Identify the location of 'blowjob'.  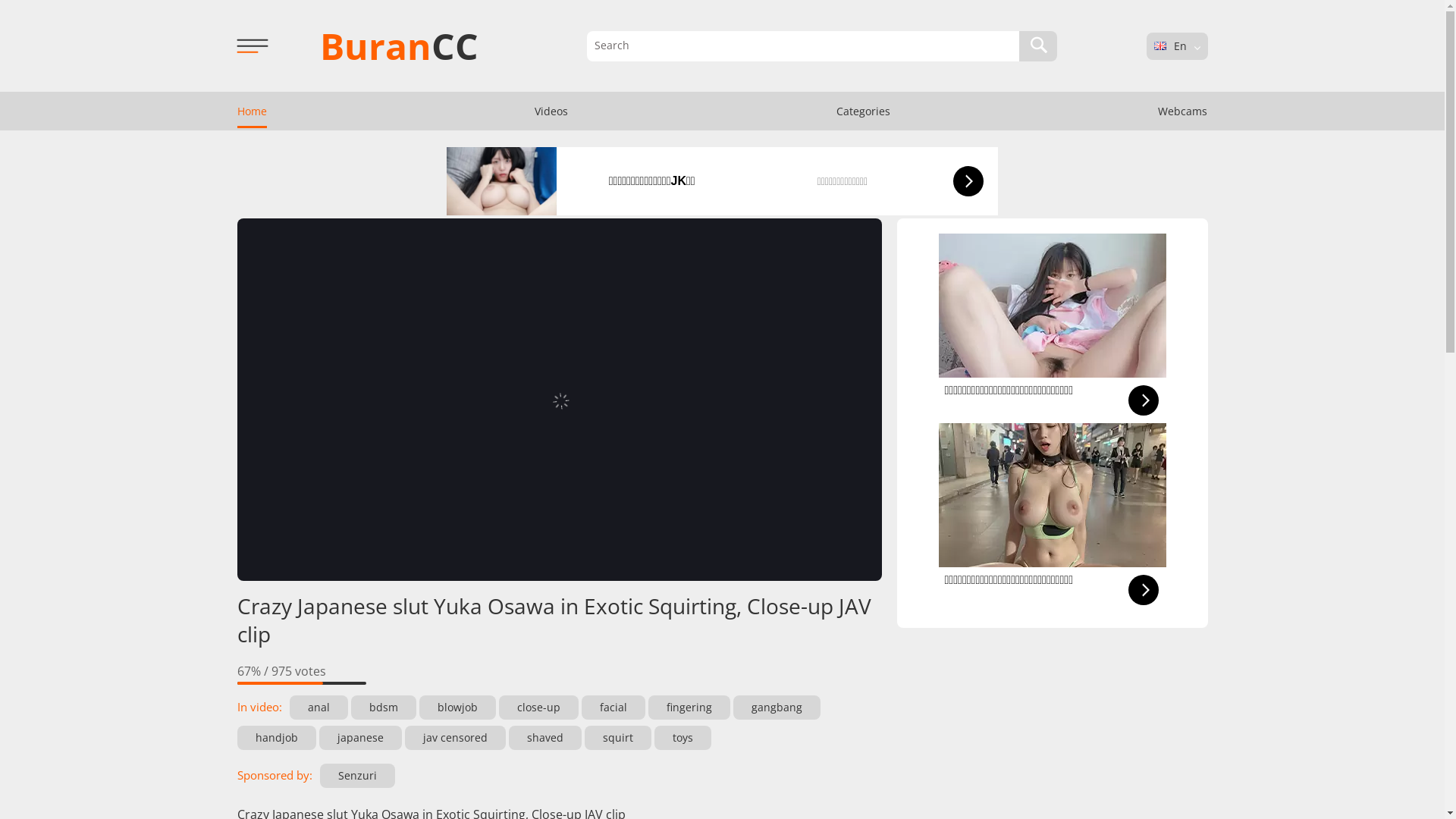
(456, 708).